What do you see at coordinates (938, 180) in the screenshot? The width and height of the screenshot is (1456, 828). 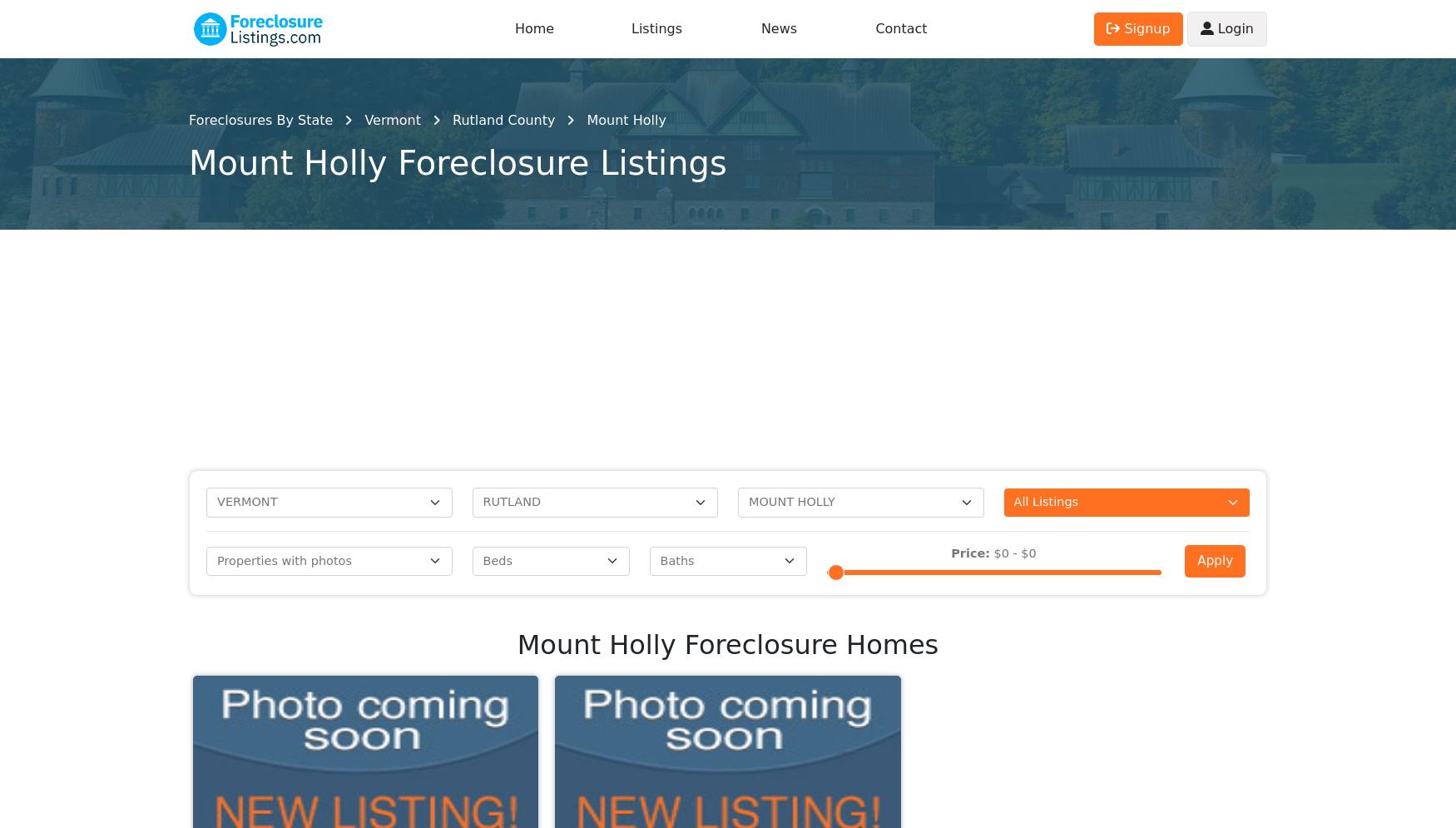 I see `'3 Beds'` at bounding box center [938, 180].